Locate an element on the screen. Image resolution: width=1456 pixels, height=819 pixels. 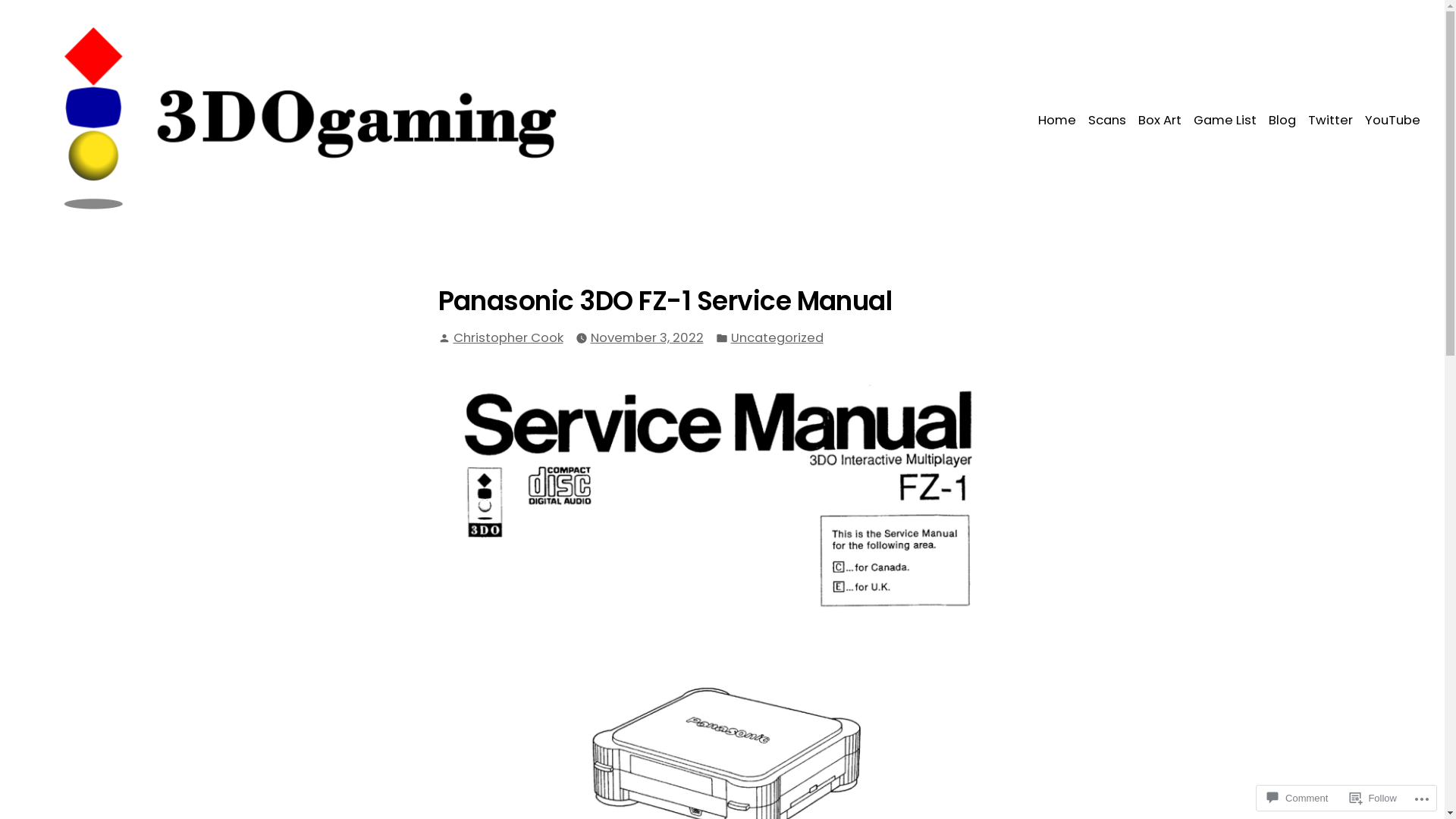
'Uncategorized' is located at coordinates (777, 337).